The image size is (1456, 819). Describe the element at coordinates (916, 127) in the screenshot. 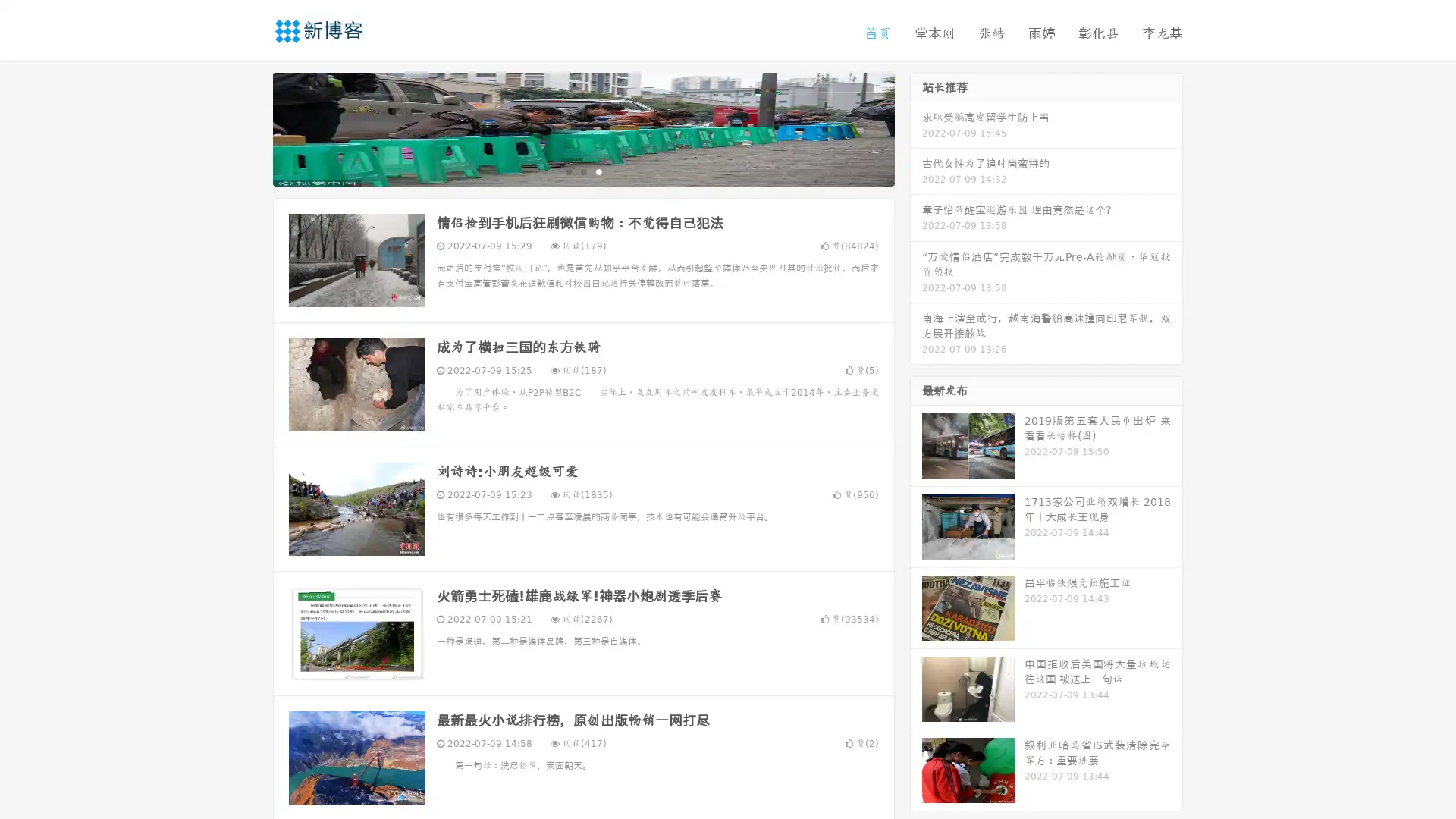

I see `Next slide` at that location.